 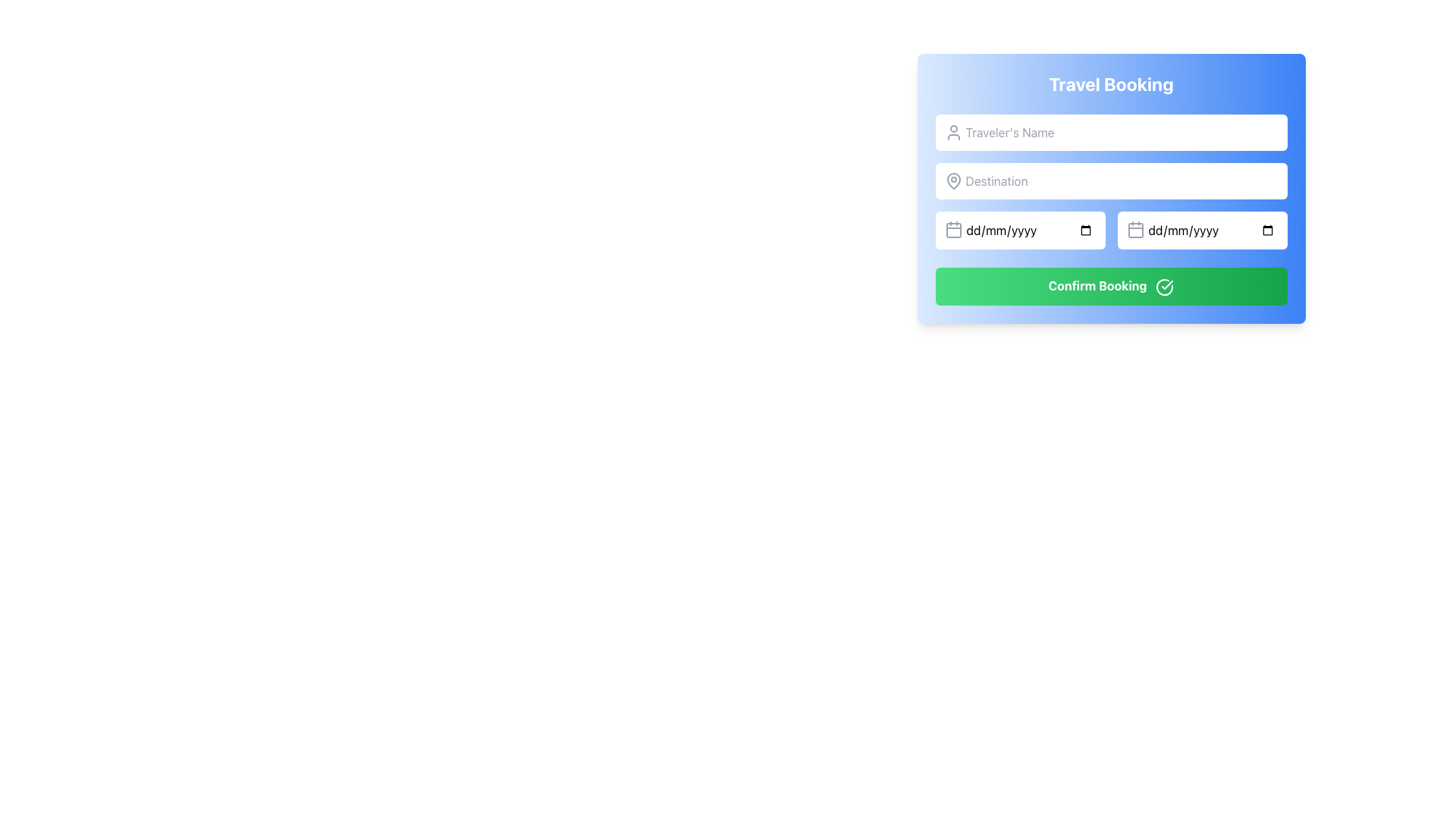 I want to click on the first calendar icon located to the left of the first date input box labeled 'dd/mm/yyyy' in the 'Travel Booking' panel, so click(x=952, y=231).